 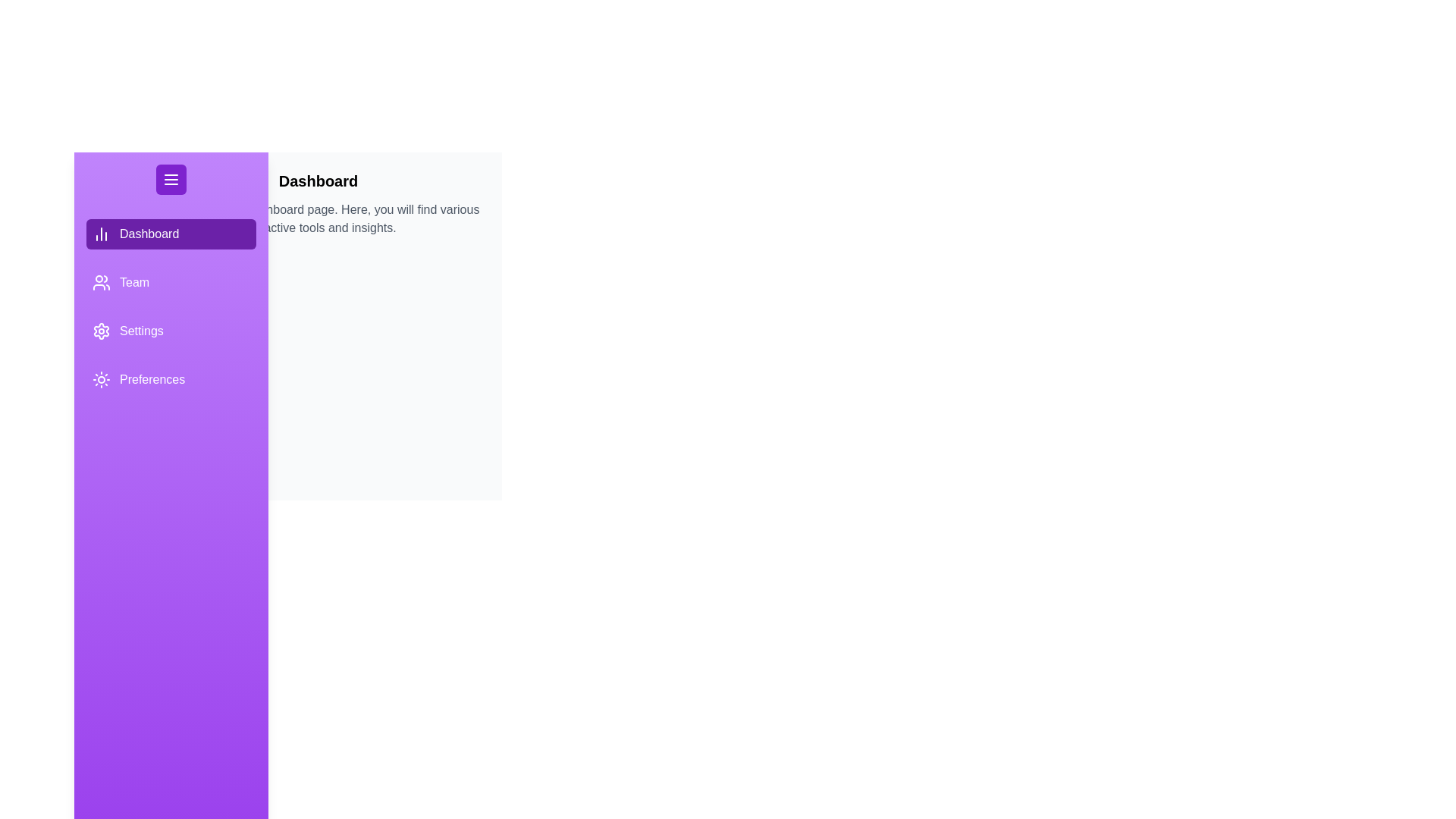 What do you see at coordinates (171, 330) in the screenshot?
I see `the tab labeled Settings by clicking on it` at bounding box center [171, 330].